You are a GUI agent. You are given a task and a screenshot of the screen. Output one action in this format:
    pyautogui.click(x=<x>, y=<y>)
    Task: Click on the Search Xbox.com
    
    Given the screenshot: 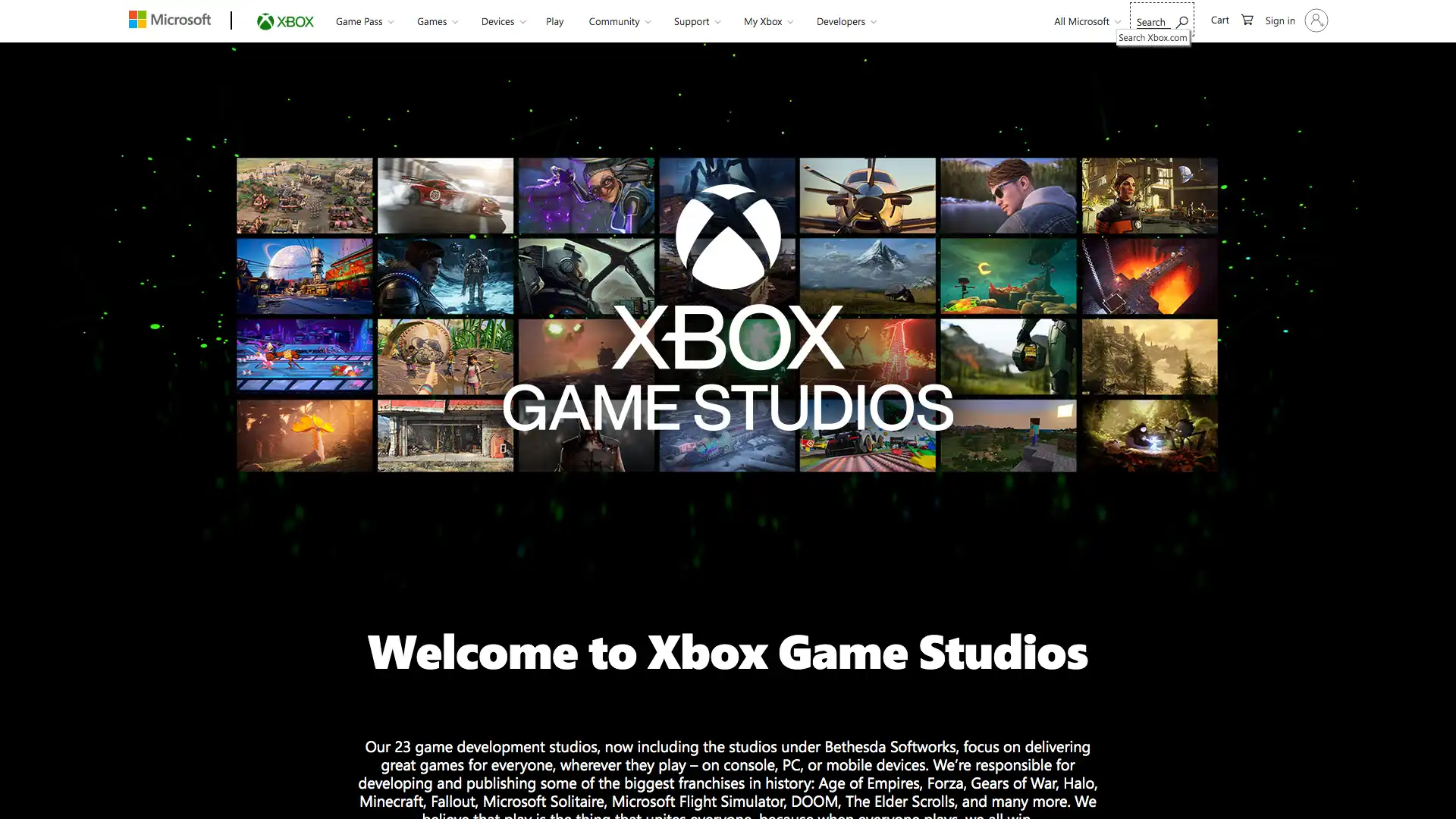 What is the action you would take?
    pyautogui.click(x=1160, y=19)
    